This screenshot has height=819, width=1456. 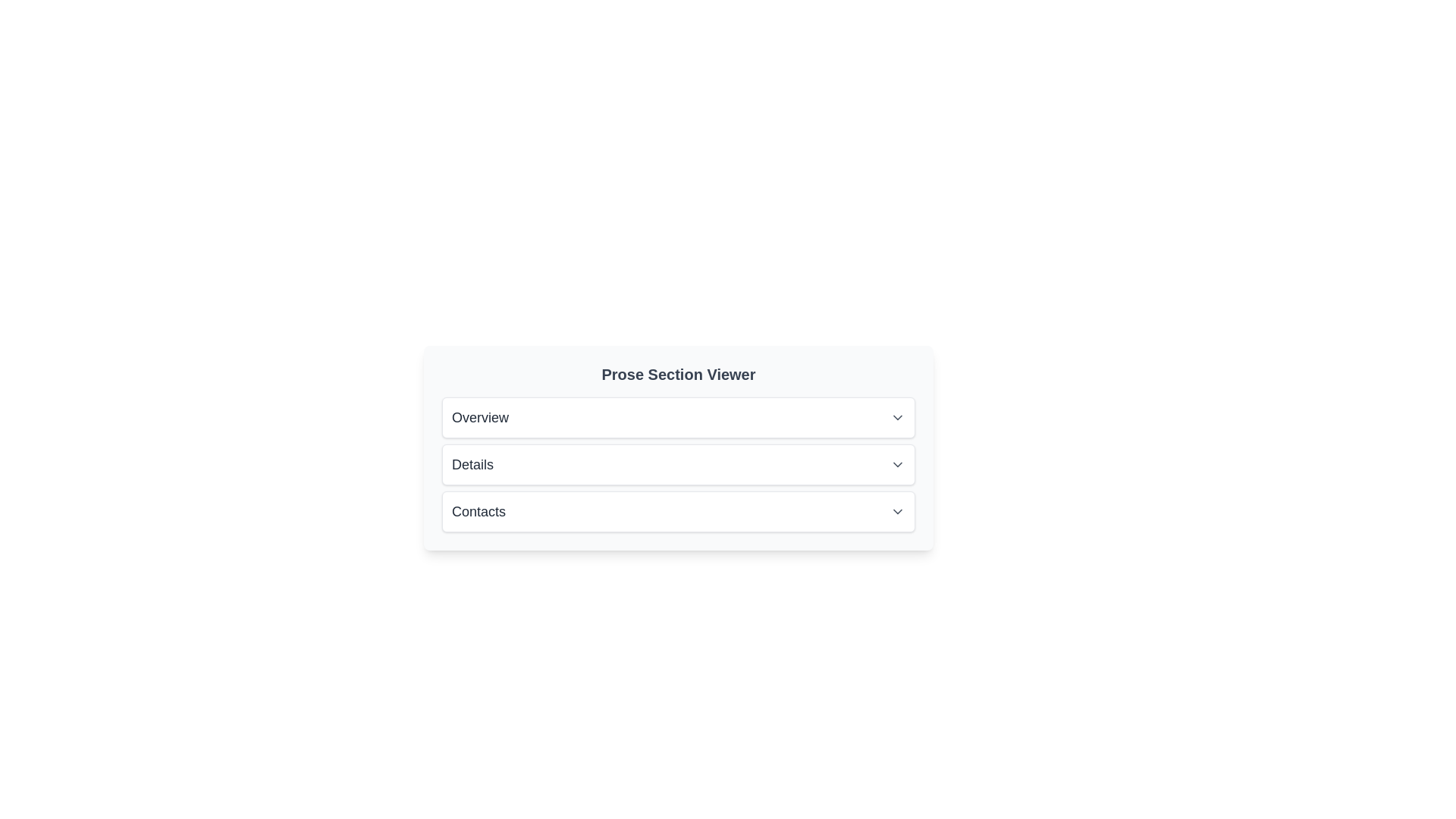 What do you see at coordinates (898, 418) in the screenshot?
I see `the chevron icon representing the dropdown toggle for the 'Overview' section` at bounding box center [898, 418].